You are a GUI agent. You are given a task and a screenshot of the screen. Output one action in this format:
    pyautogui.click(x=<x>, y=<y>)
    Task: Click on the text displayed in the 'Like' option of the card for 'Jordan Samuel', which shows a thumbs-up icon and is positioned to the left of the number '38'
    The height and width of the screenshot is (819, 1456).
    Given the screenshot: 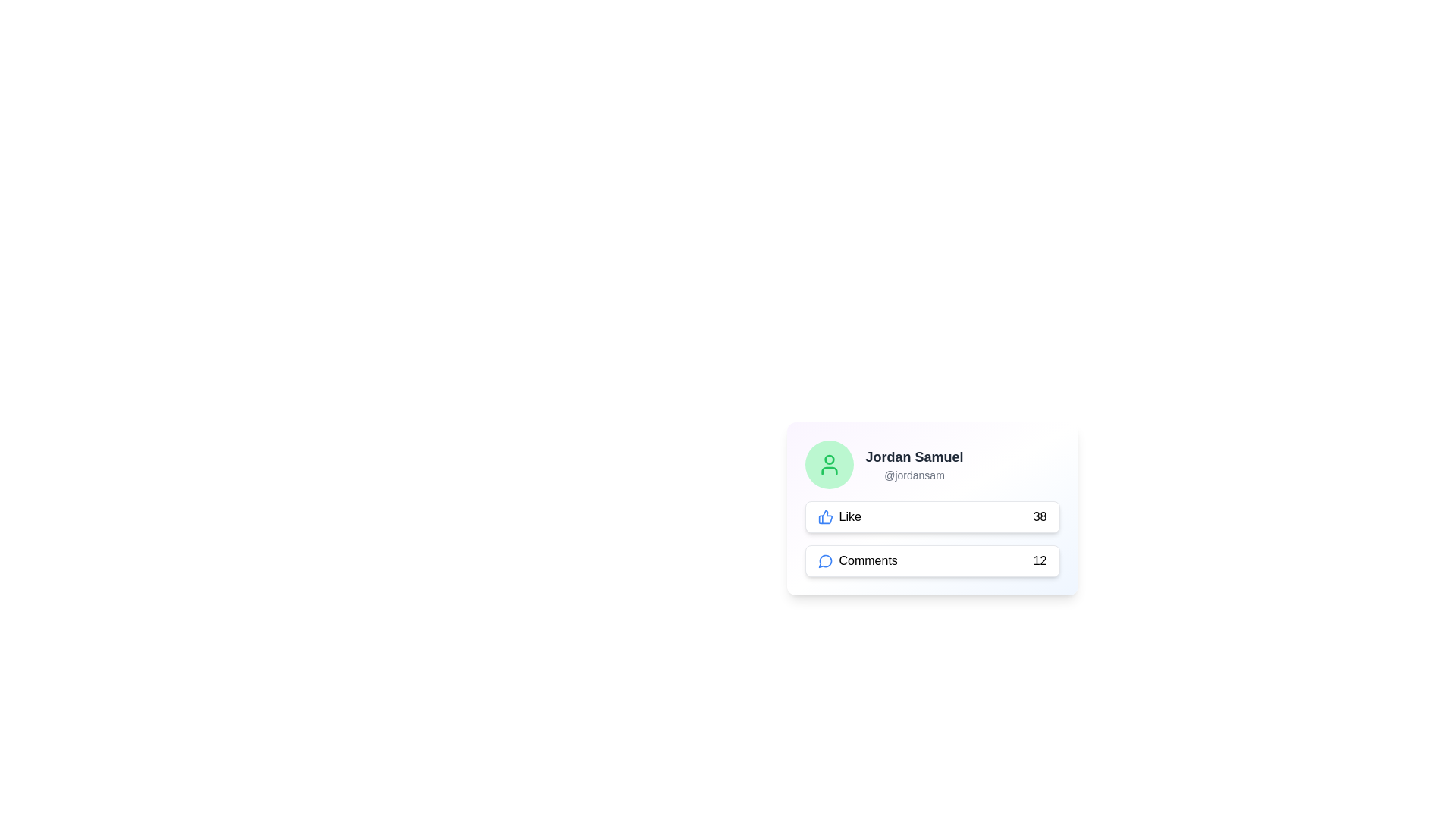 What is the action you would take?
    pyautogui.click(x=839, y=516)
    